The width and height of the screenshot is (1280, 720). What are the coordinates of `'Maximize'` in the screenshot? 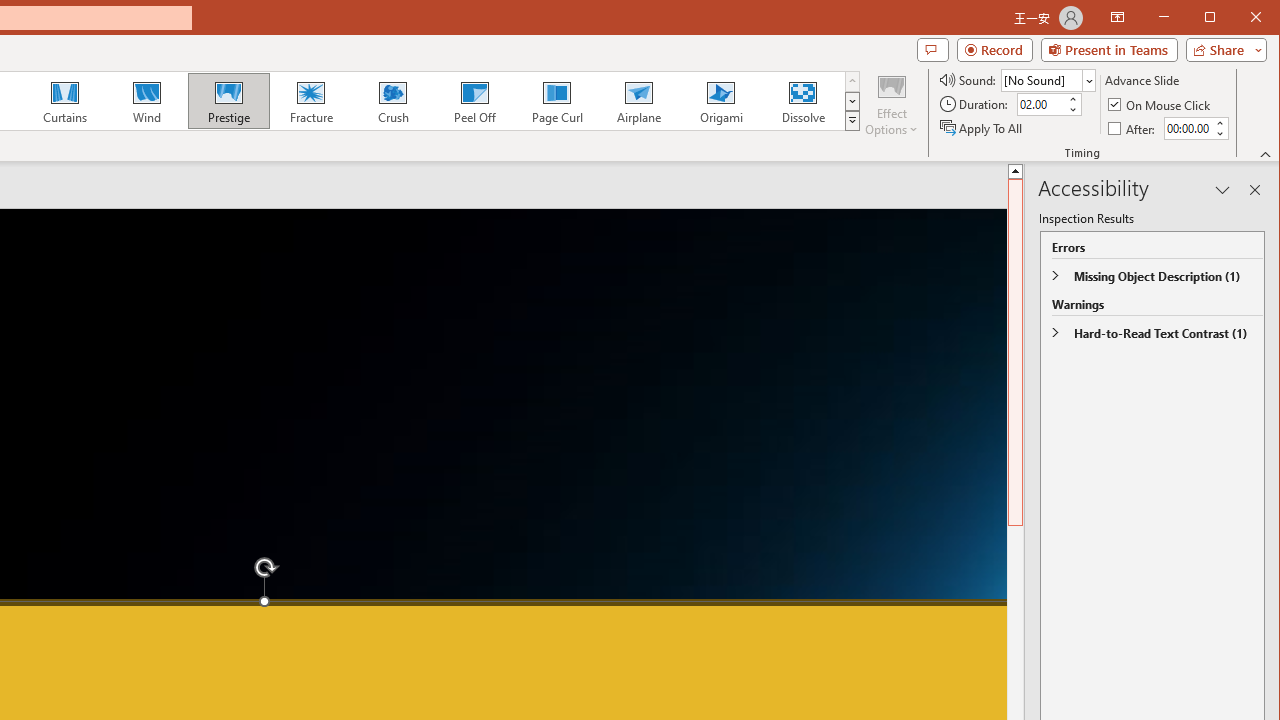 It's located at (1238, 19).